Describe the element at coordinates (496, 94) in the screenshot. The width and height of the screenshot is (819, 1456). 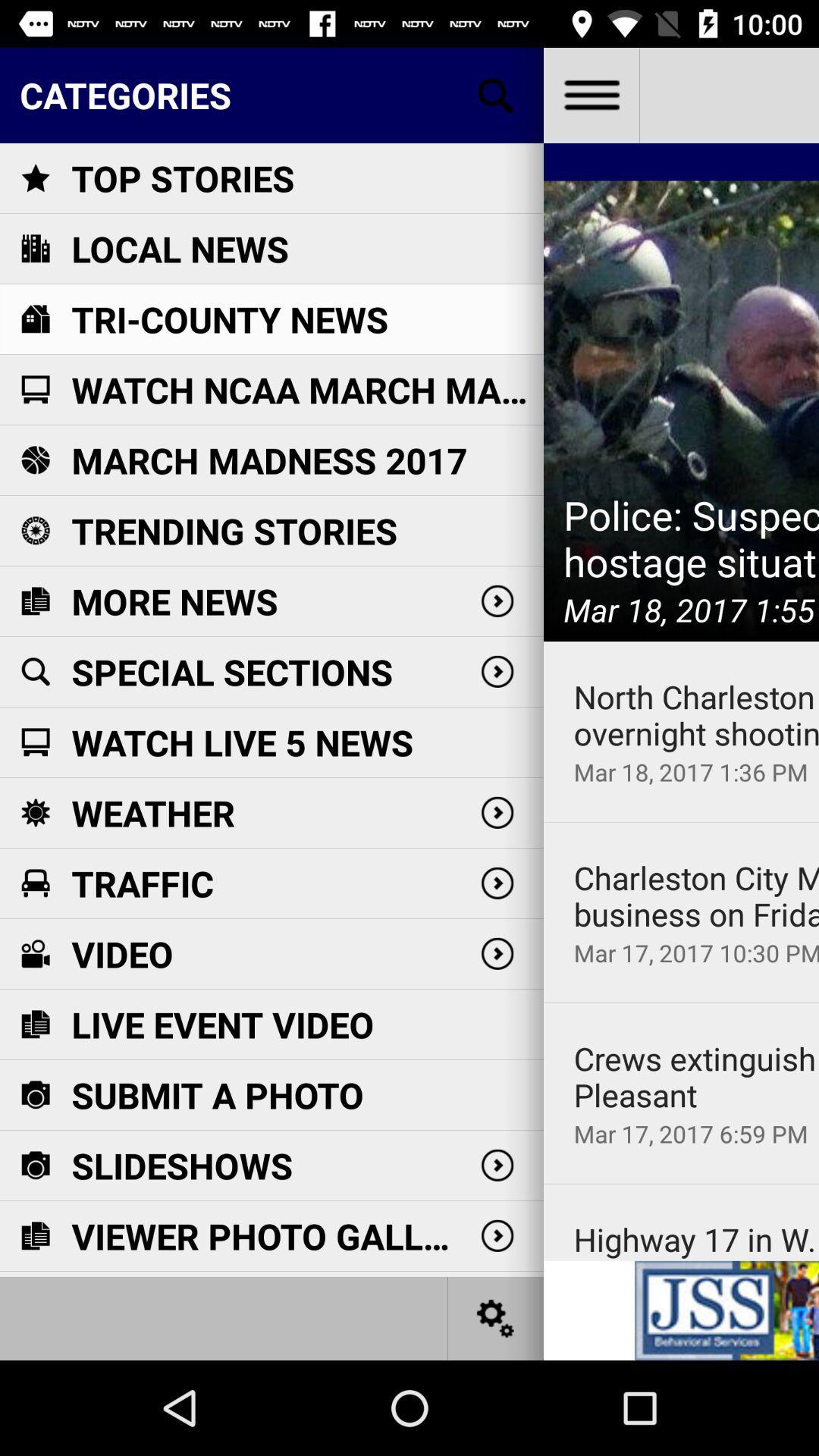
I see `open search bar` at that location.